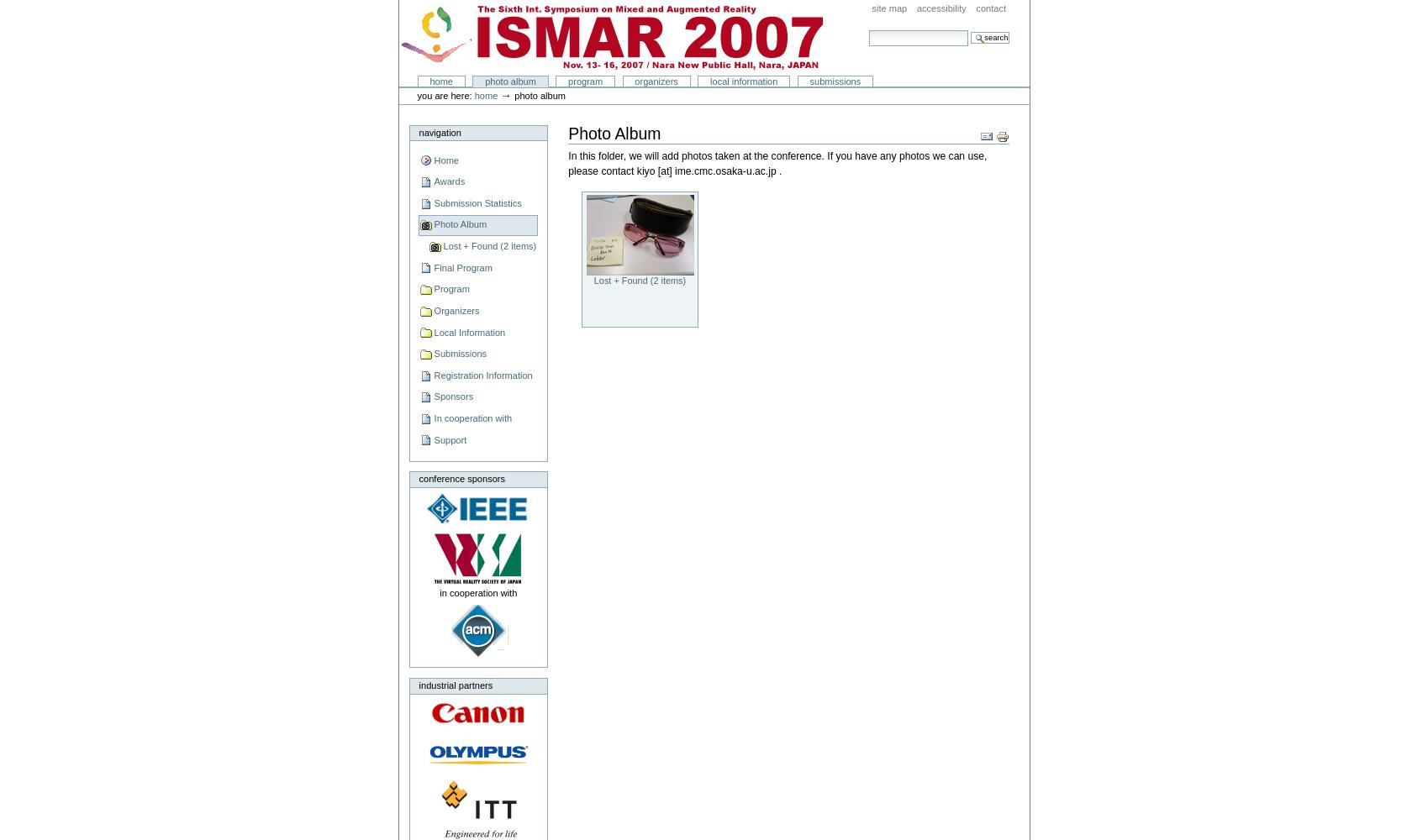  What do you see at coordinates (567, 162) in the screenshot?
I see `'In this folder, we will add photos taken at the conference. If you have any photos we can use, please contact  kiyo [at] ime.cmc.osaka-u.ac.jp .'` at bounding box center [567, 162].